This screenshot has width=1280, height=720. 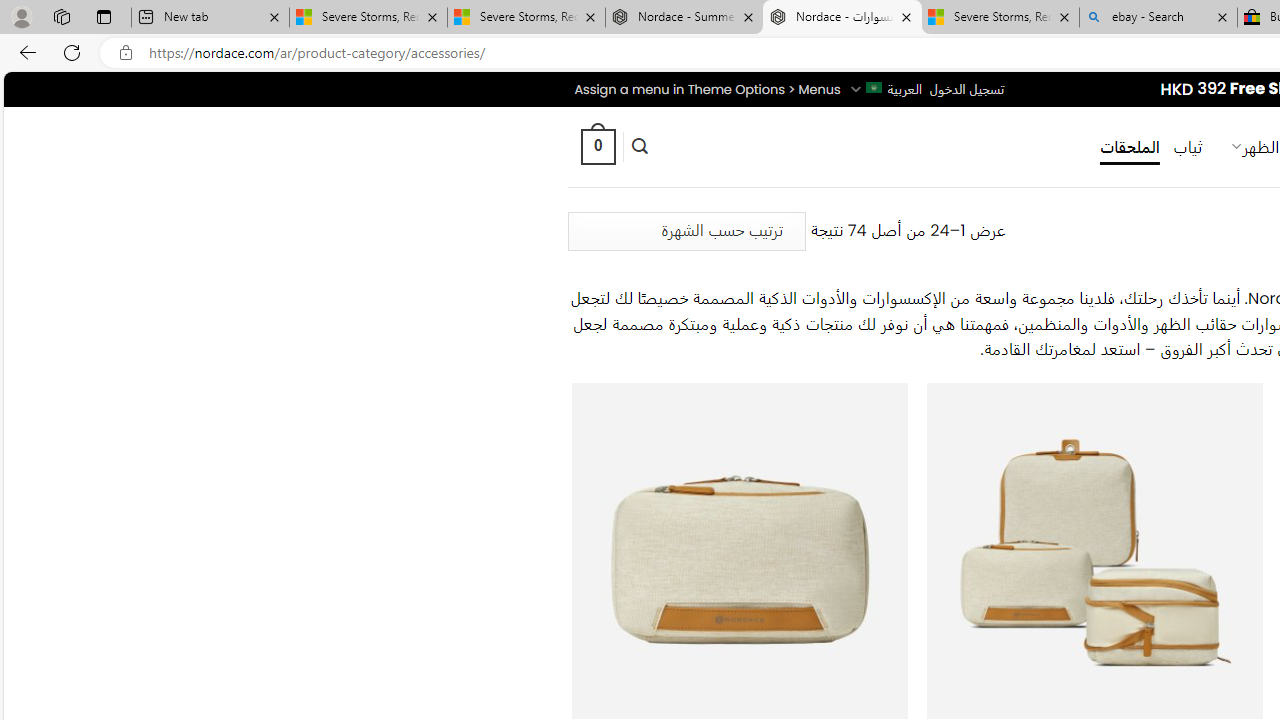 I want to click on 'ebay - Search', so click(x=1158, y=17).